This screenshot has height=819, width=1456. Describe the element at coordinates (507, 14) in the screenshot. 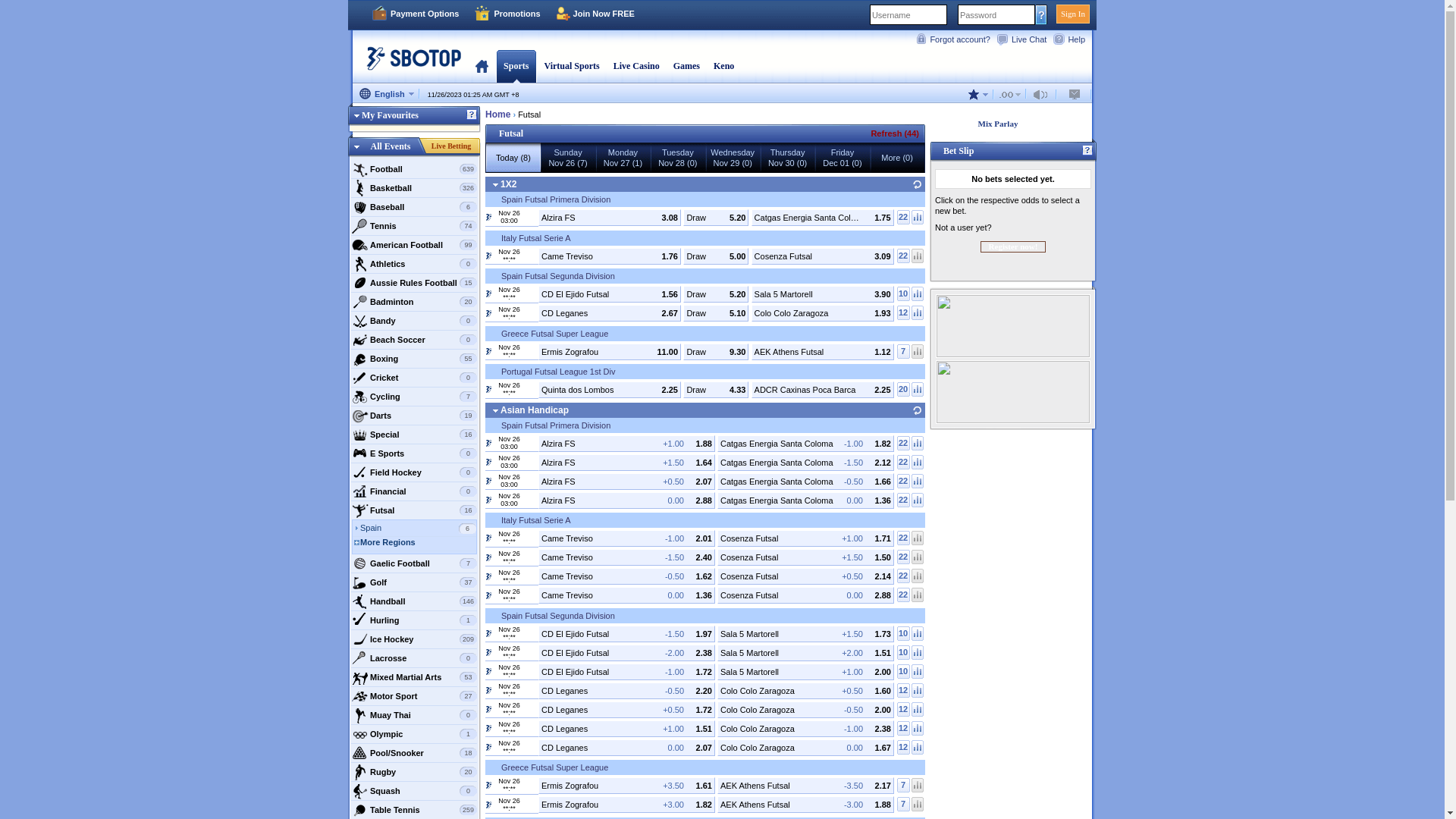

I see `'Promotions'` at that location.